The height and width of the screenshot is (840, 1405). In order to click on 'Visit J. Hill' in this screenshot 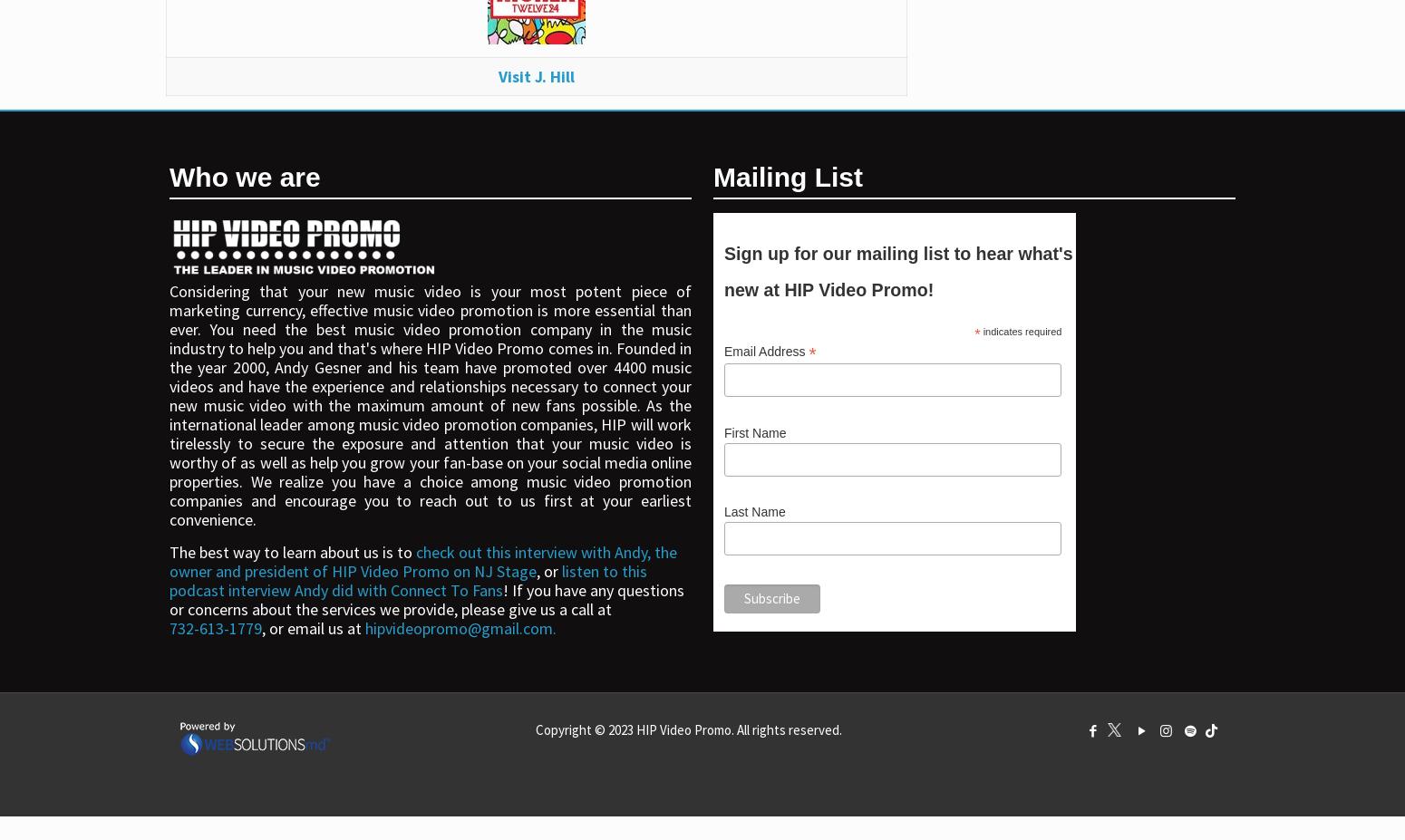, I will do `click(536, 74)`.